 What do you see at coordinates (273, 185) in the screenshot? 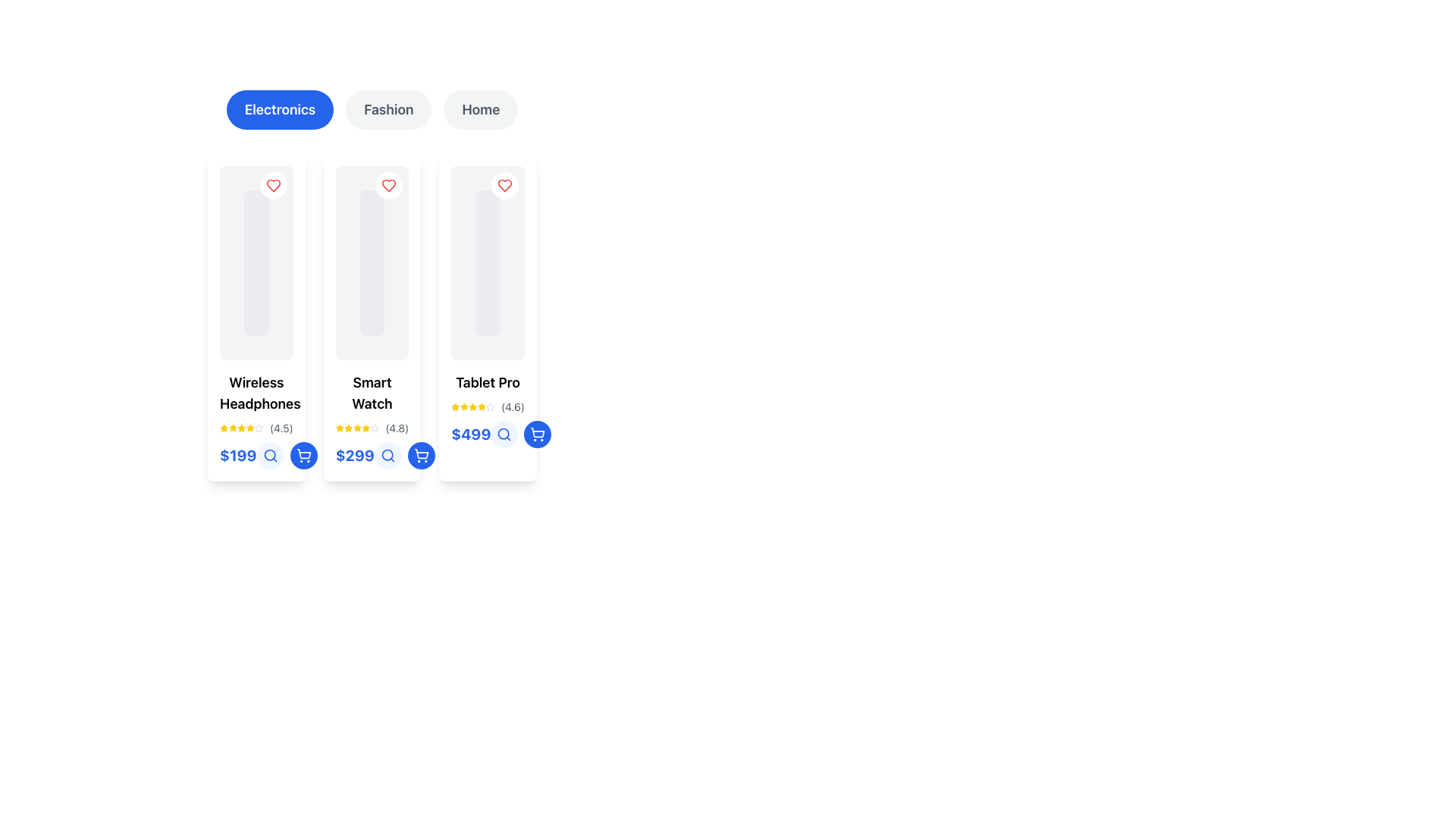
I see `the 'like' or 'favorite' button located in the top-right corner of the 'Wireless Headphones' card` at bounding box center [273, 185].